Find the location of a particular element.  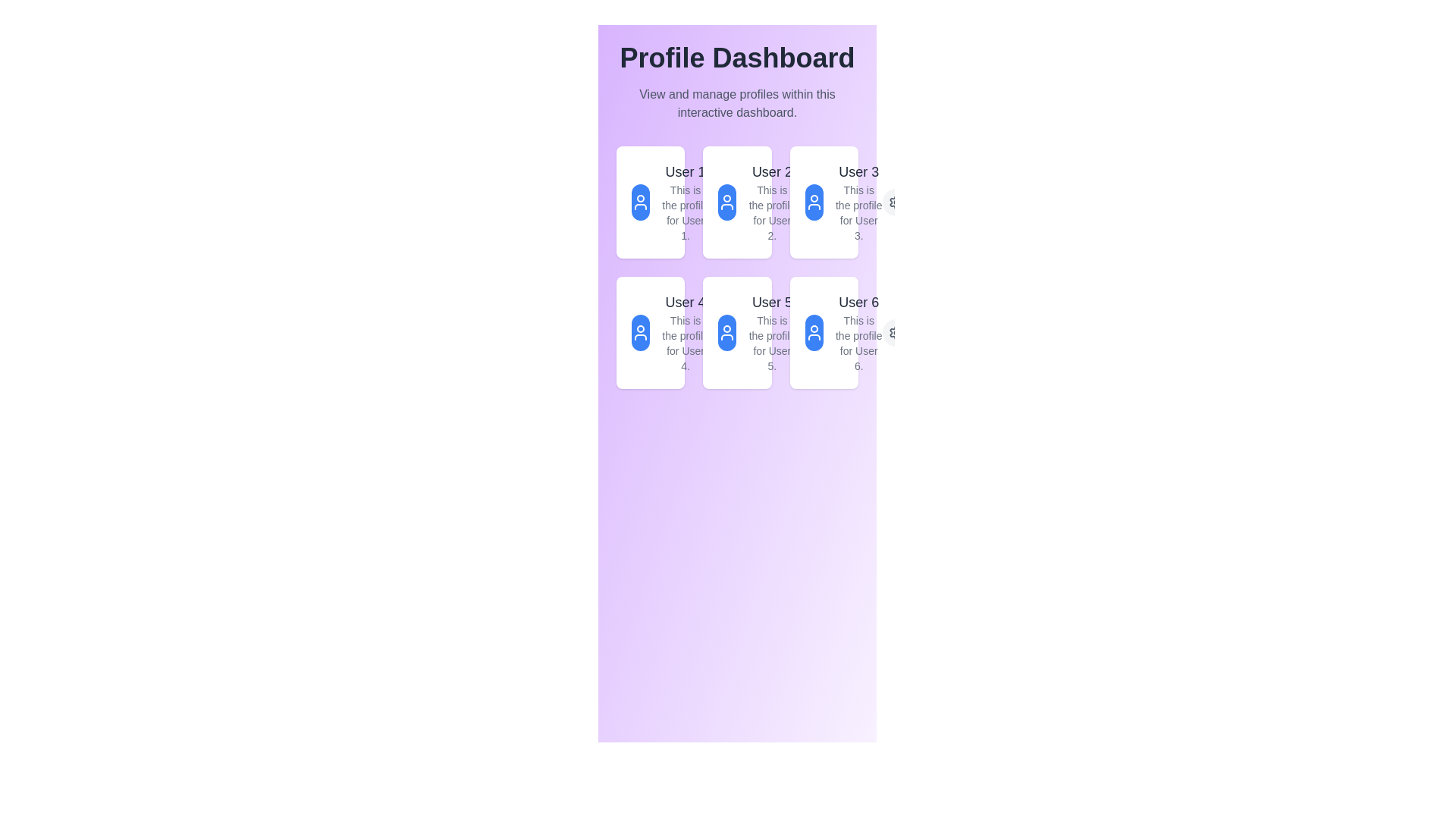

the List item representing 'User 2's profile' is located at coordinates (757, 201).